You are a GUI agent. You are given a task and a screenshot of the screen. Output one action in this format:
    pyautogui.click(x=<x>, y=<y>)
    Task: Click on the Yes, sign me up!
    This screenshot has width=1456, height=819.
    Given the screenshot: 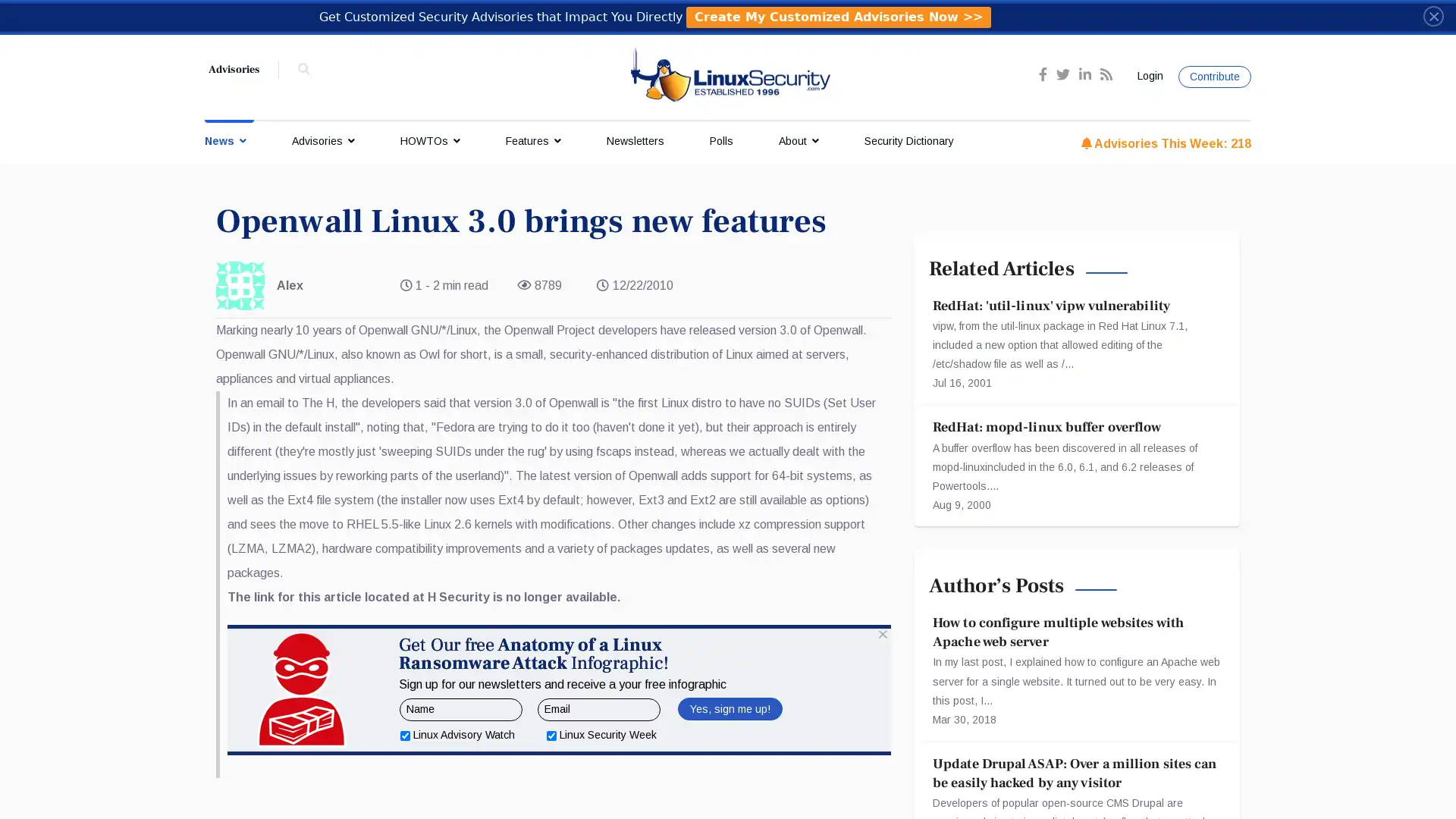 What is the action you would take?
    pyautogui.click(x=729, y=783)
    